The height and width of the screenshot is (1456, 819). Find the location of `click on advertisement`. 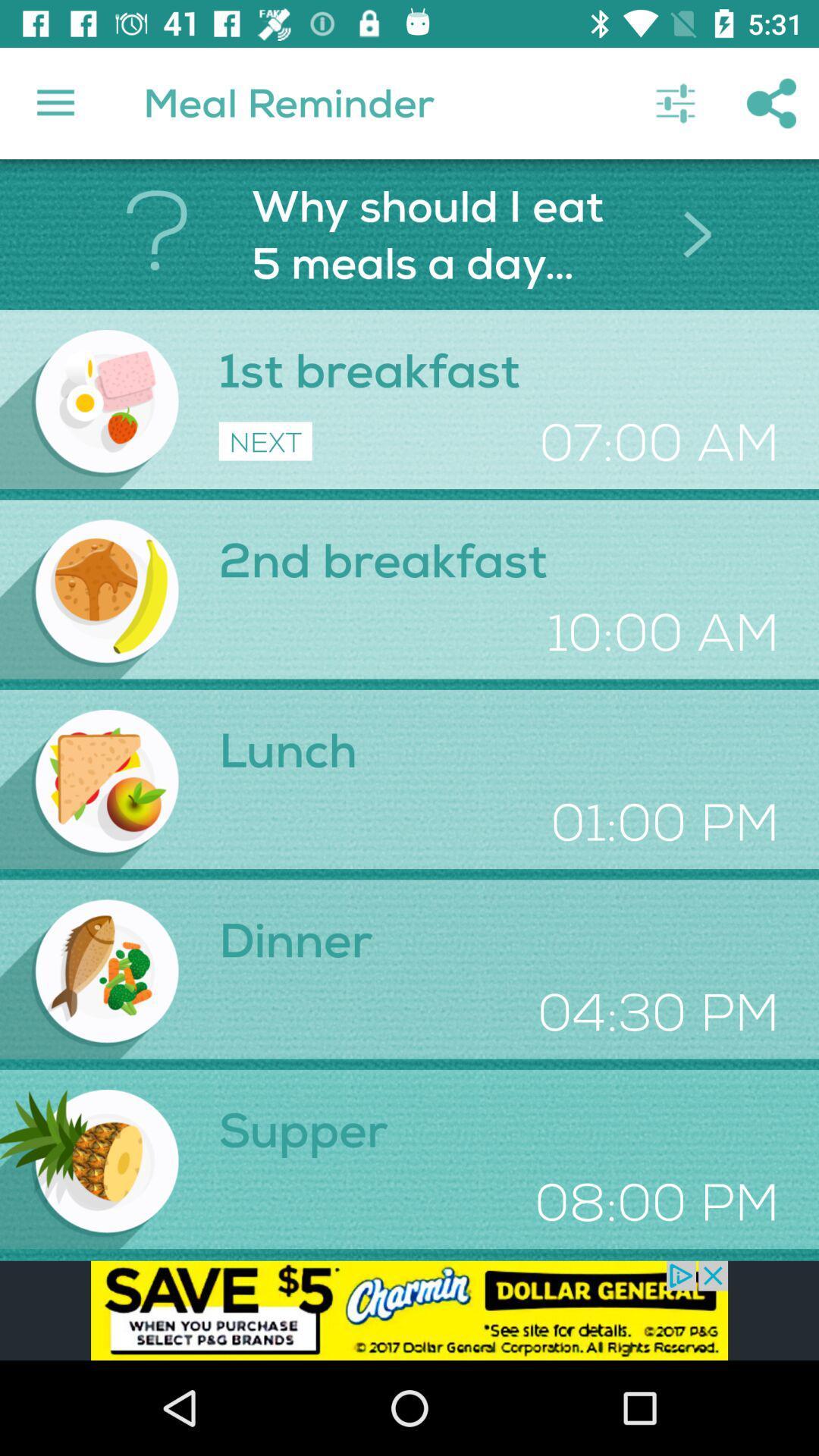

click on advertisement is located at coordinates (409, 1310).